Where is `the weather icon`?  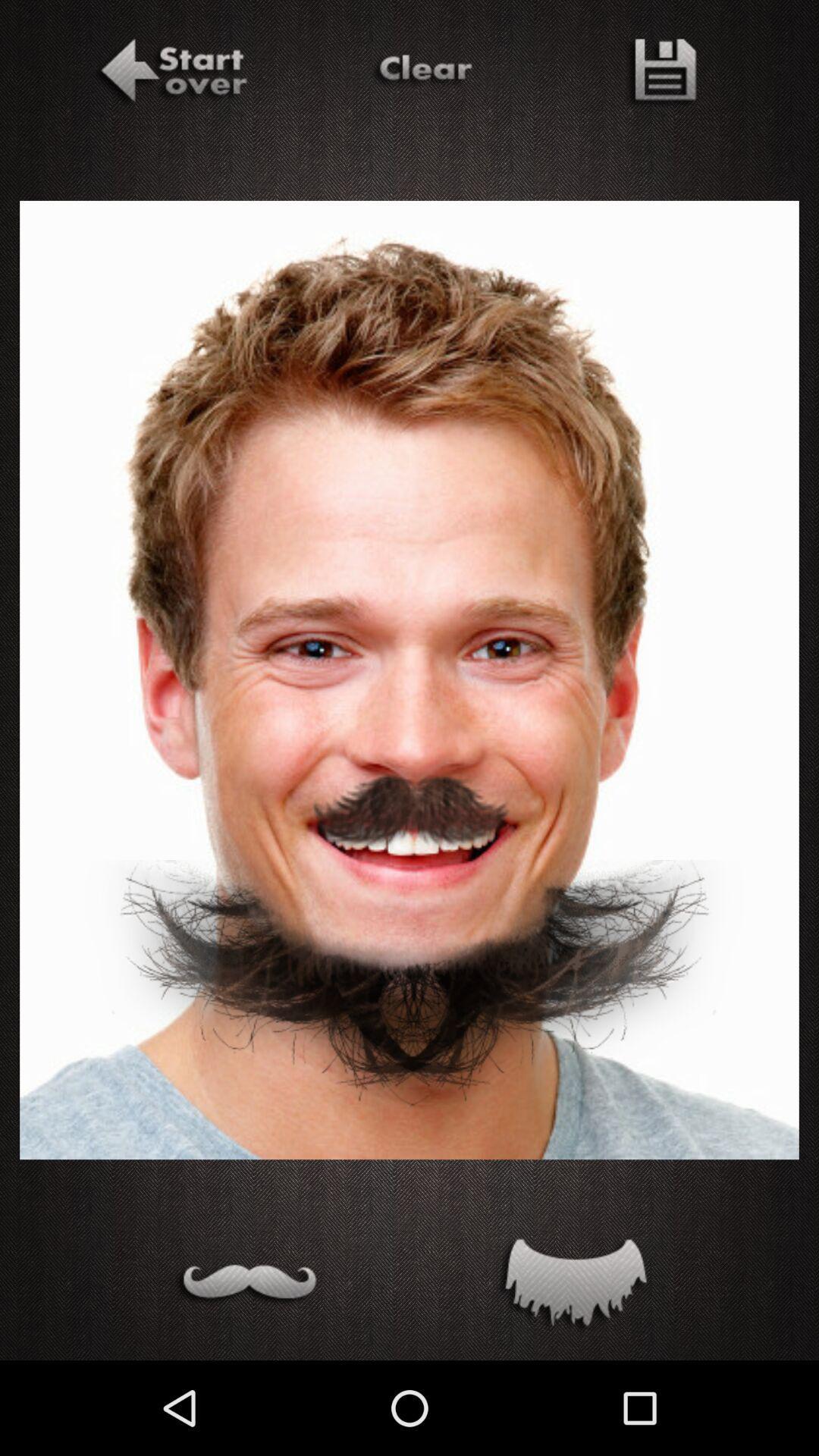
the weather icon is located at coordinates (245, 1285).